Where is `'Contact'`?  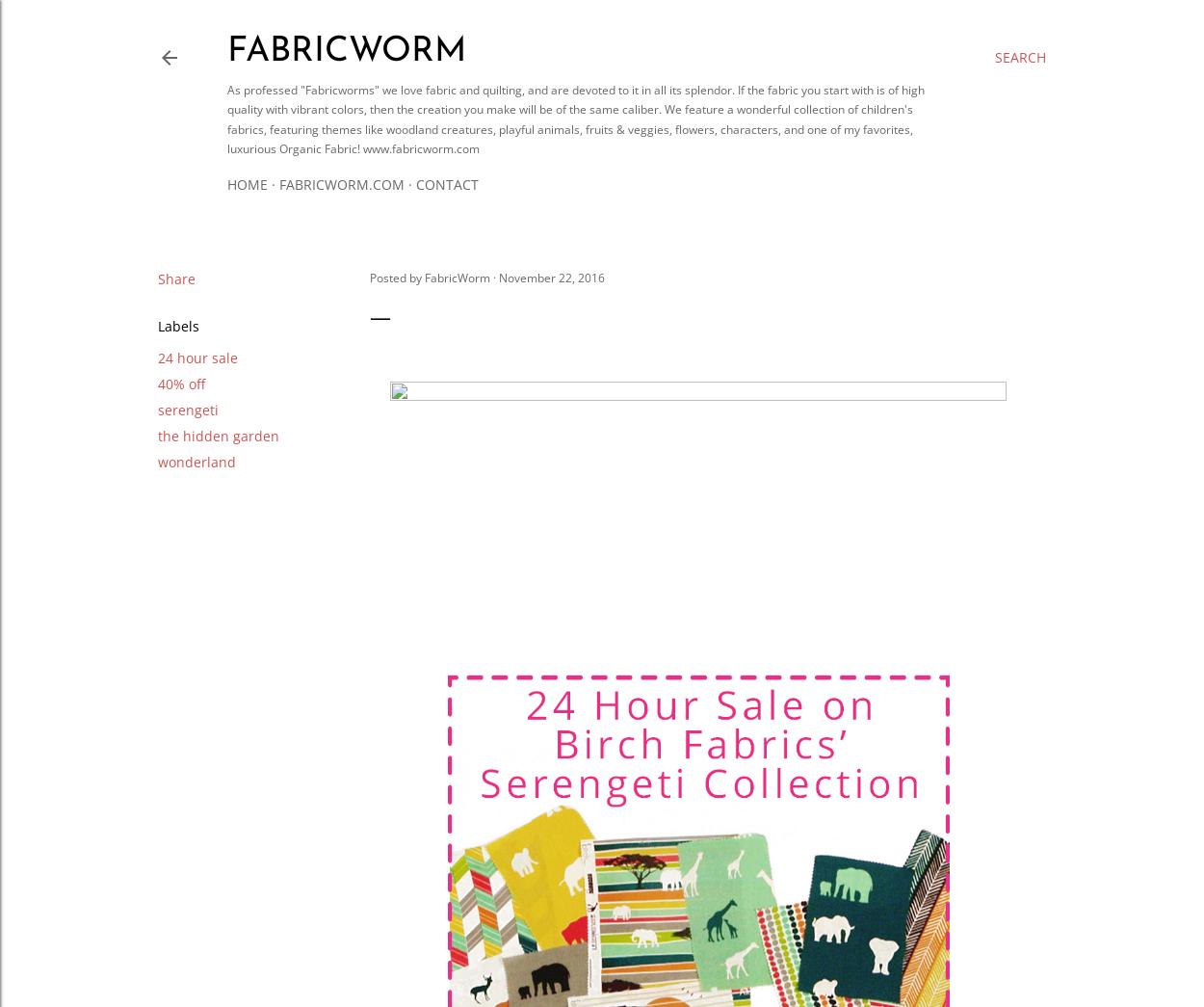
'Contact' is located at coordinates (446, 183).